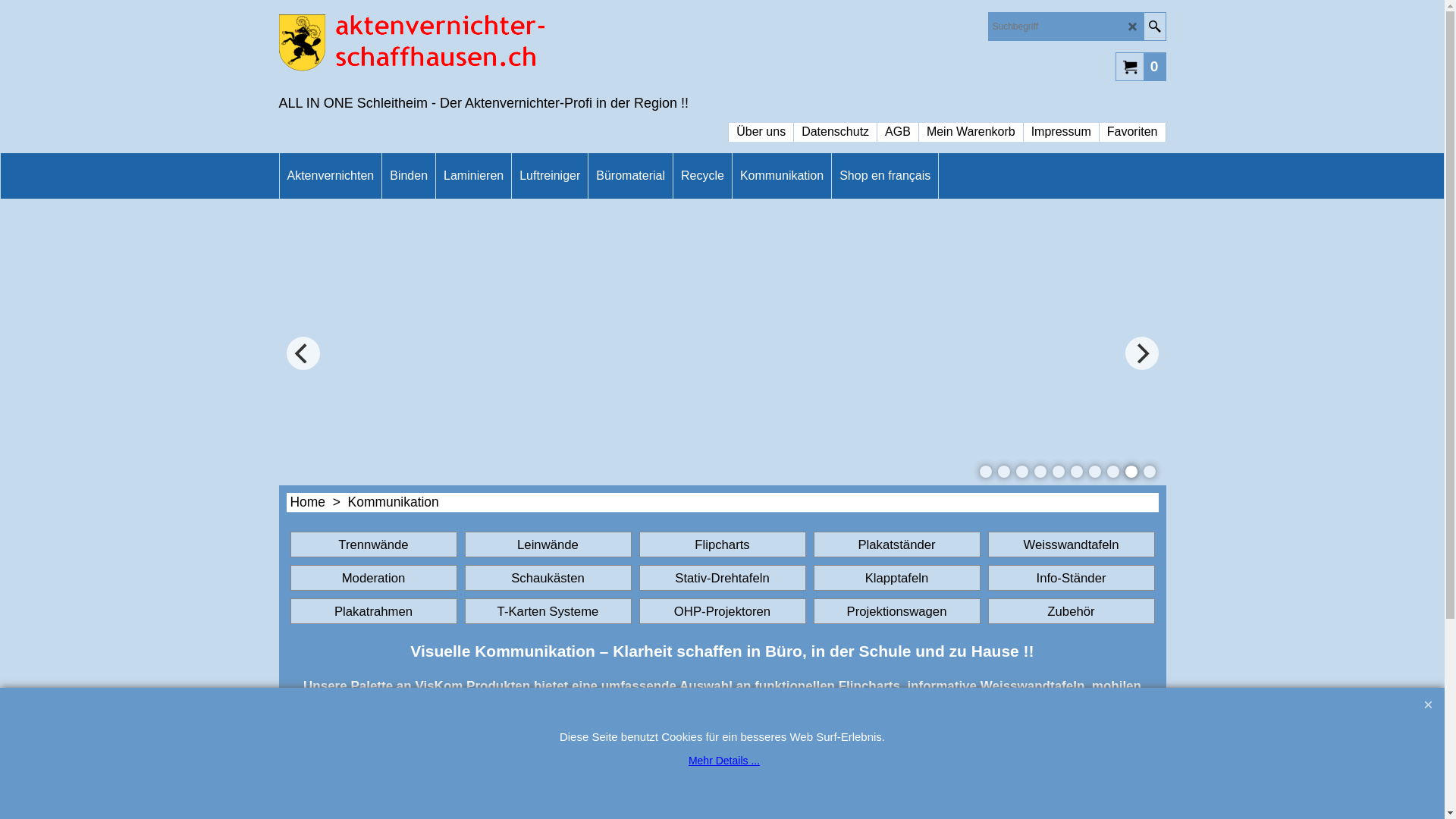 The image size is (1456, 819). Describe the element at coordinates (898, 124) in the screenshot. I see `'AGB'` at that location.